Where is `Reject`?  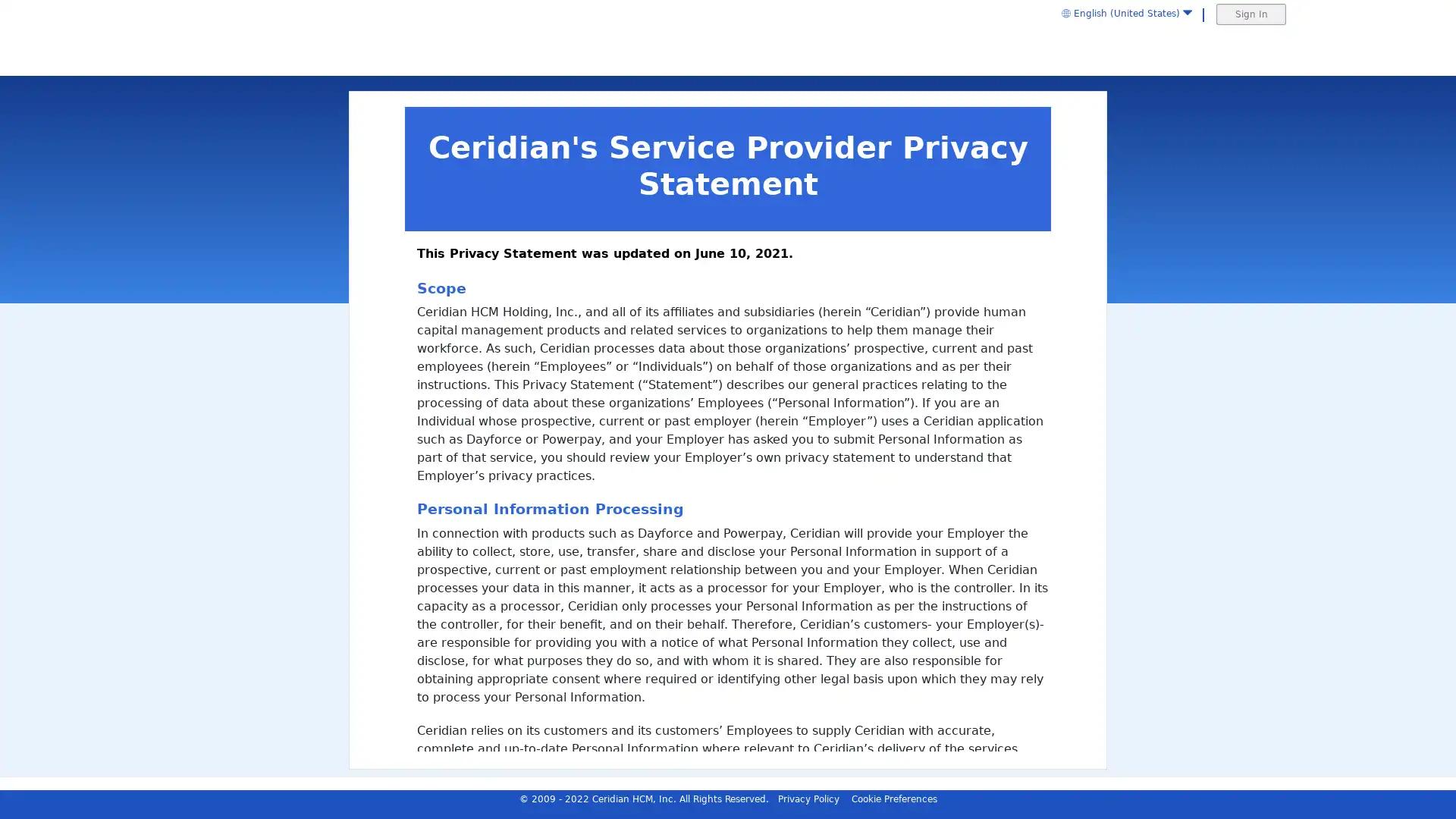
Reject is located at coordinates (1308, 771).